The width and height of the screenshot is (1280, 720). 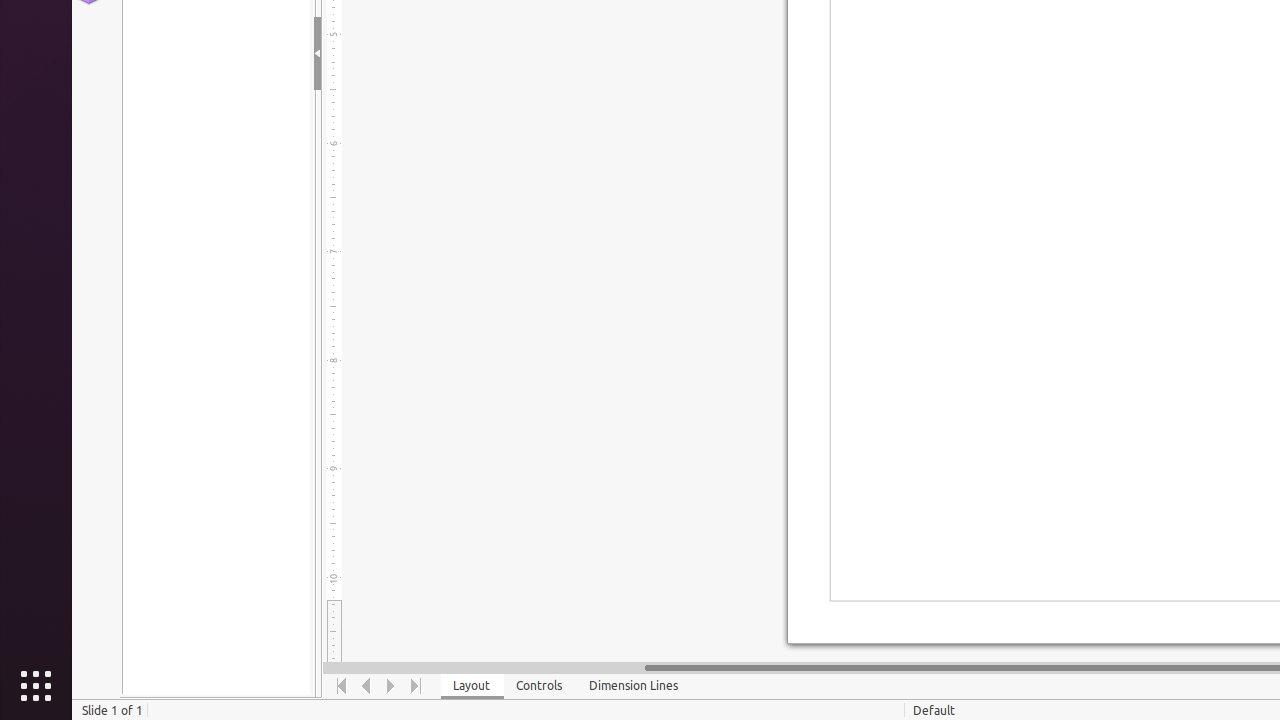 I want to click on 'Layout', so click(x=471, y=685).